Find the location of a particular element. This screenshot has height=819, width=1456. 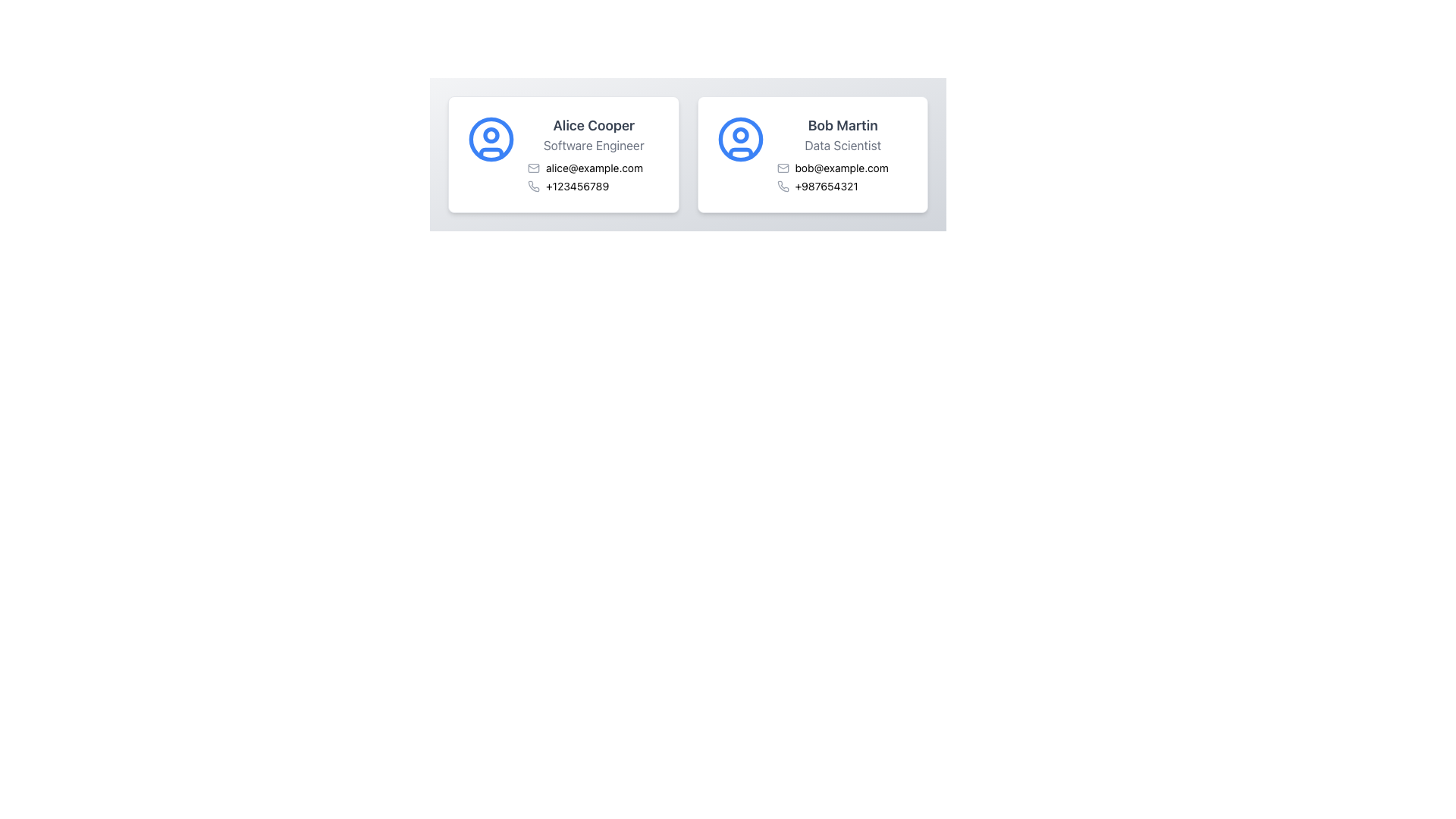

the hyperlink displaying 'bob@example.com' is located at coordinates (841, 168).